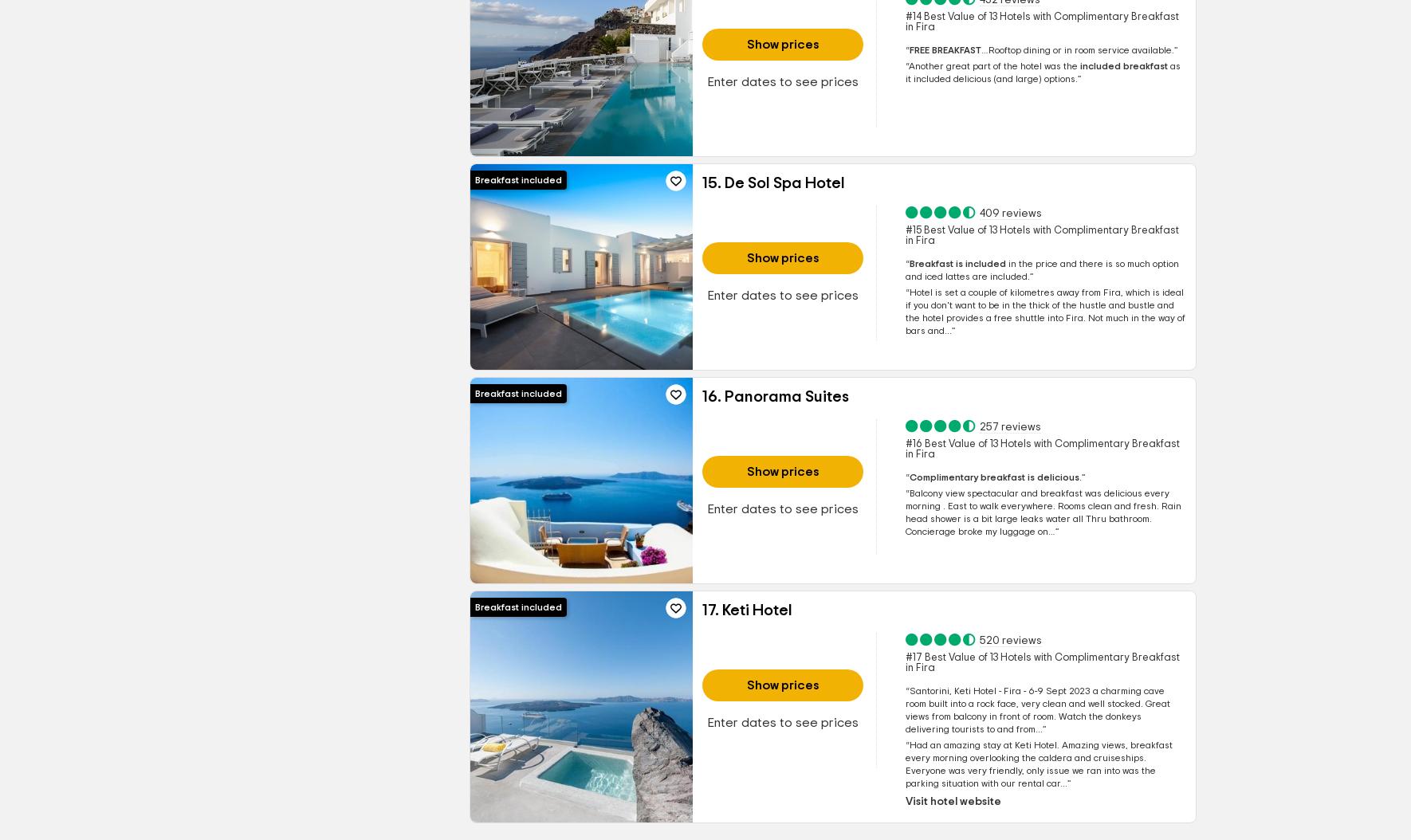  Describe the element at coordinates (1040, 22) in the screenshot. I see `'#14 Best Value of 13 Hotels with Complimentary Breakfast in Fira'` at that location.